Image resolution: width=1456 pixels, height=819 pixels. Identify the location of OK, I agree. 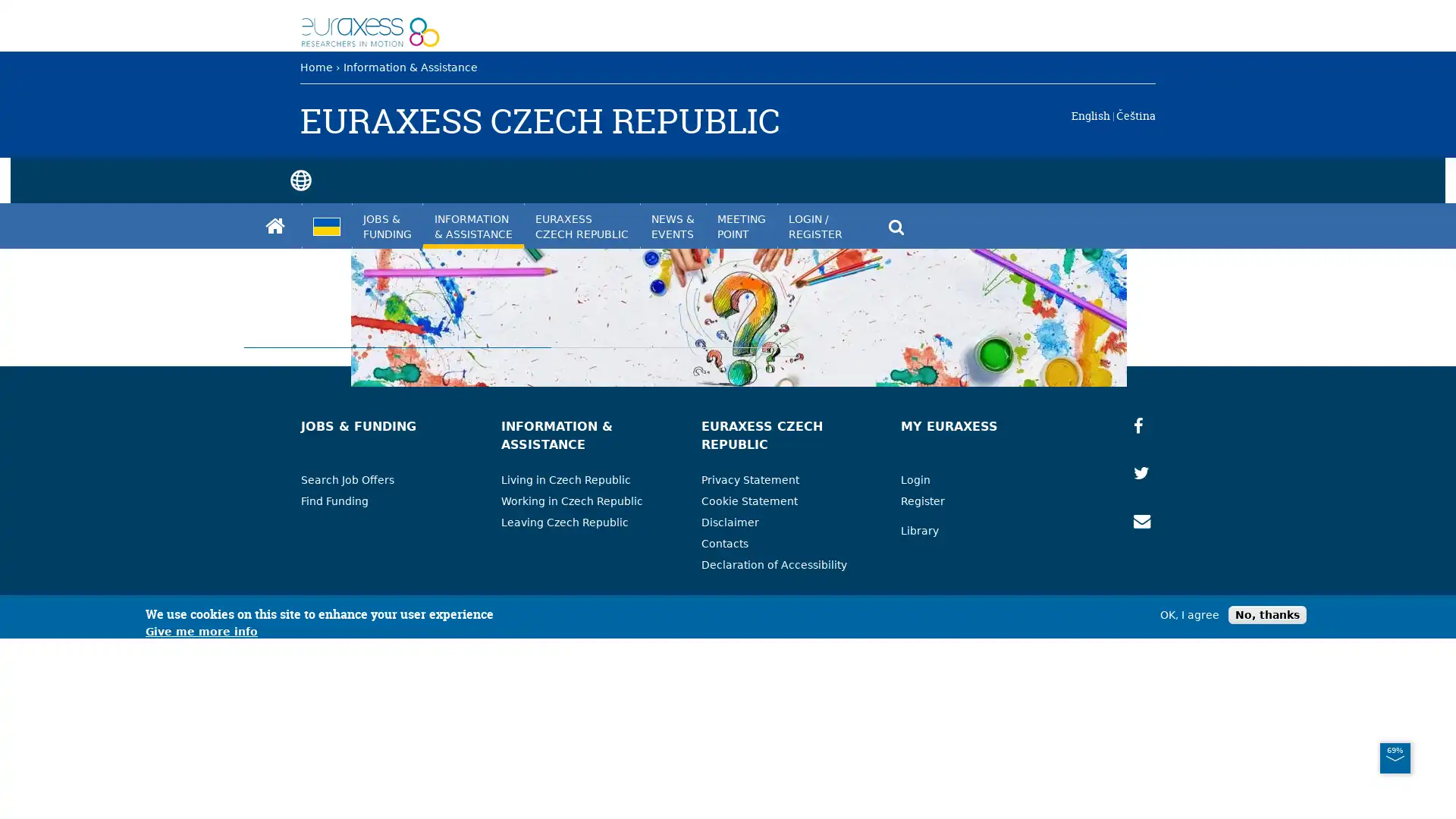
(1189, 794).